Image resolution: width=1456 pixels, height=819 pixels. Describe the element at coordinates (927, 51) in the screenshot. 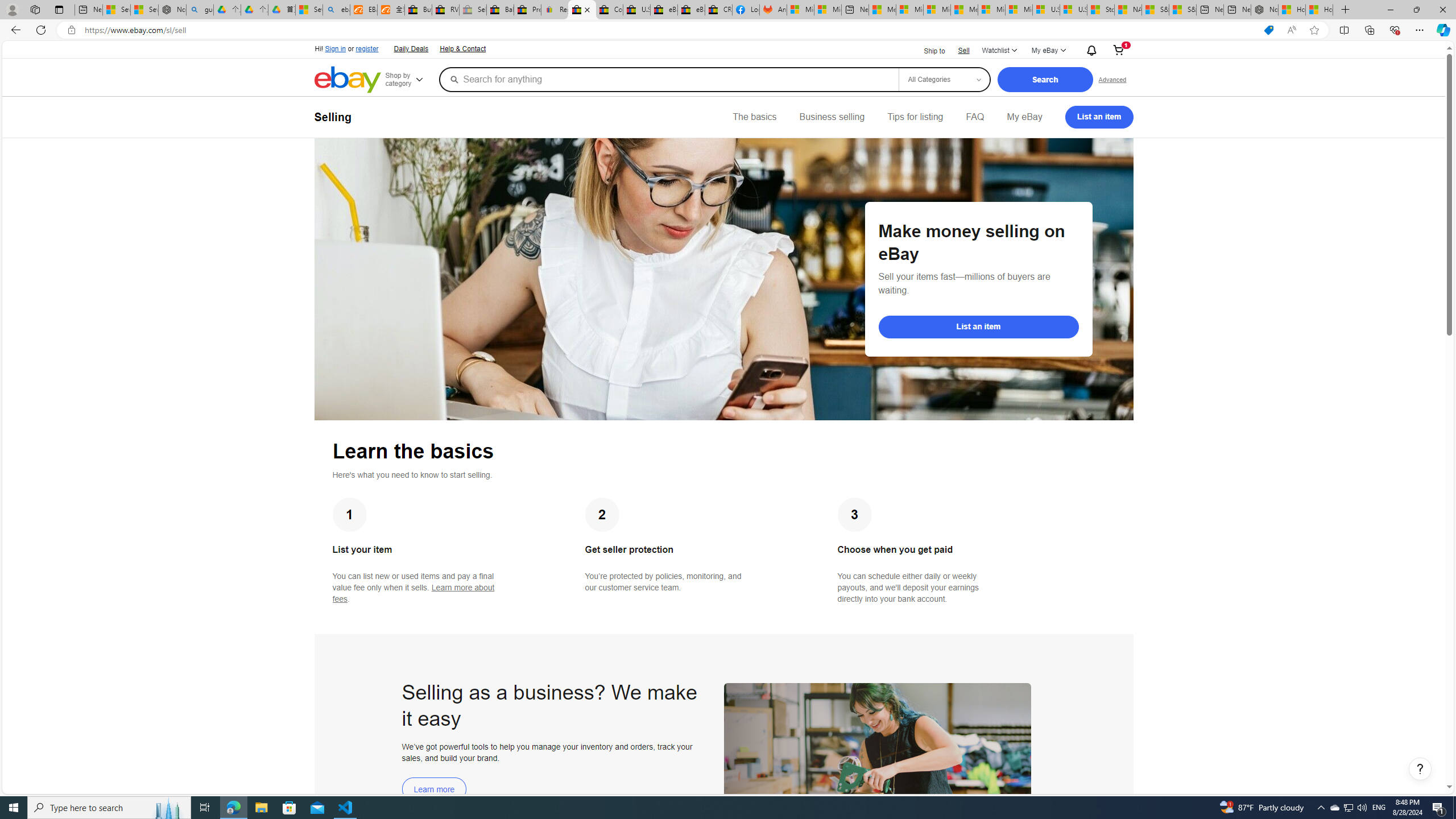

I see `'Ship to'` at that location.